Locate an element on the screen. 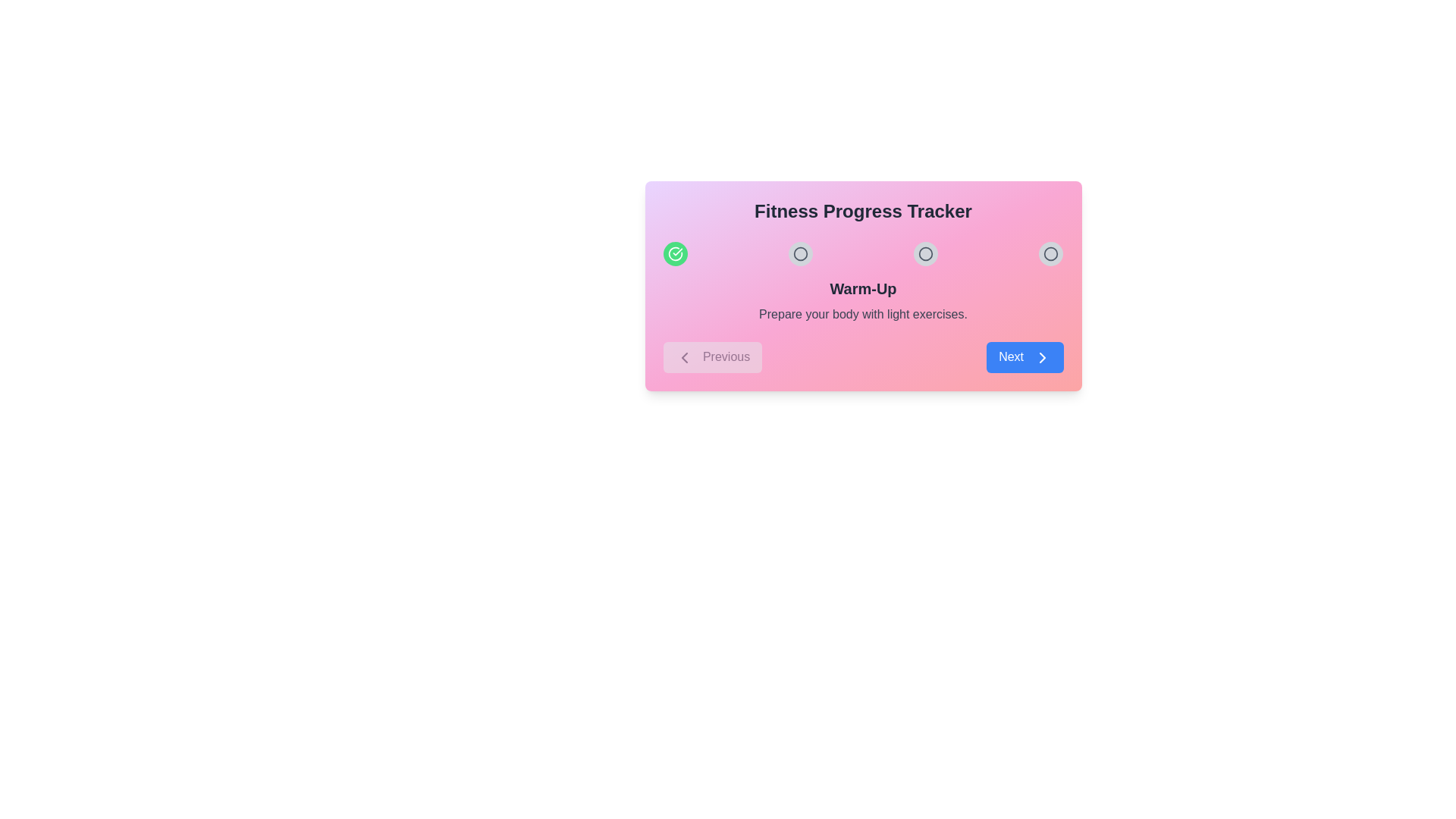  the Progress tracker with step indicators is located at coordinates (863, 253).